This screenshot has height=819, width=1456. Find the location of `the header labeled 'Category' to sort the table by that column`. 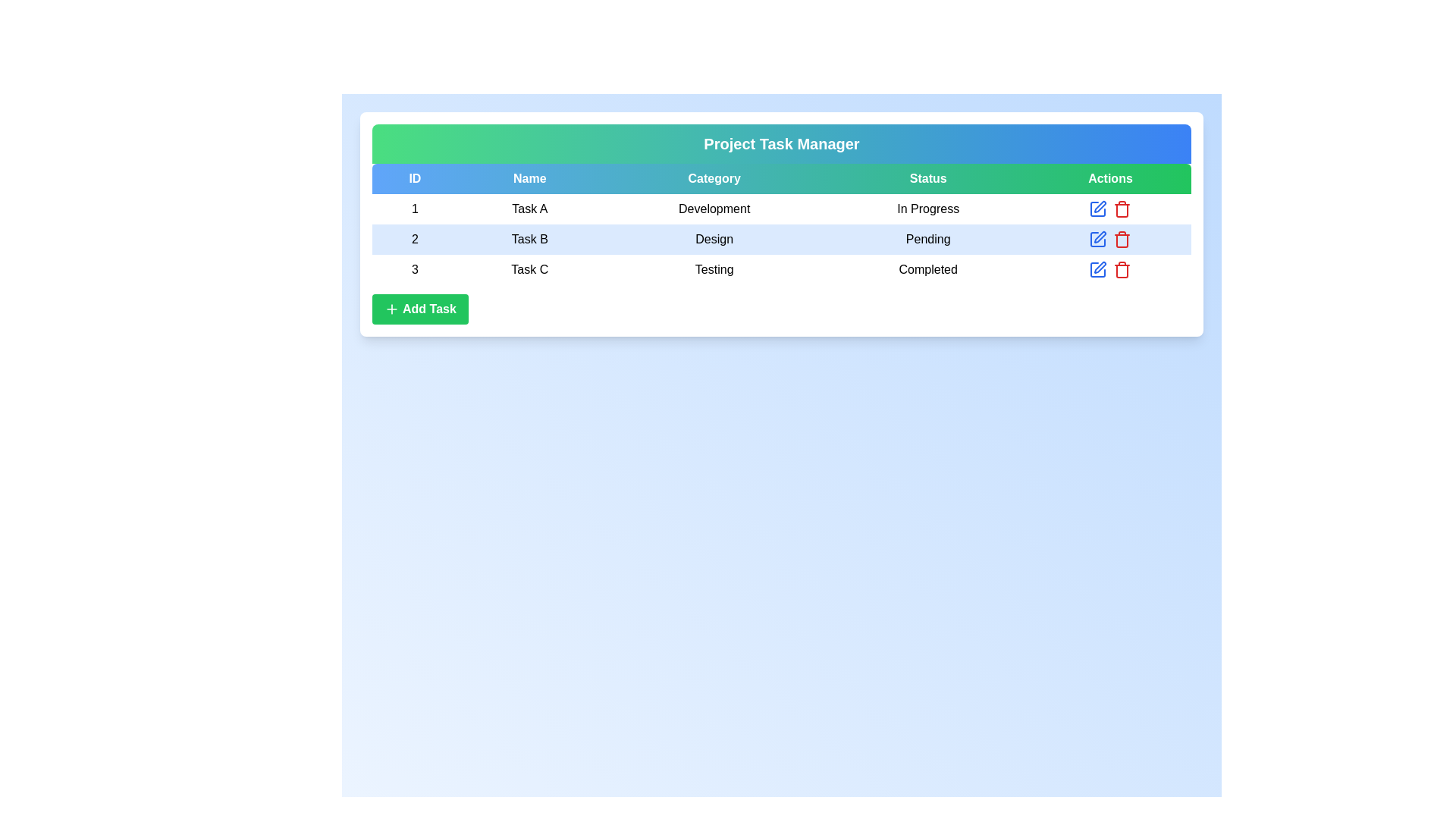

the header labeled 'Category' to sort the table by that column is located at coordinates (713, 177).